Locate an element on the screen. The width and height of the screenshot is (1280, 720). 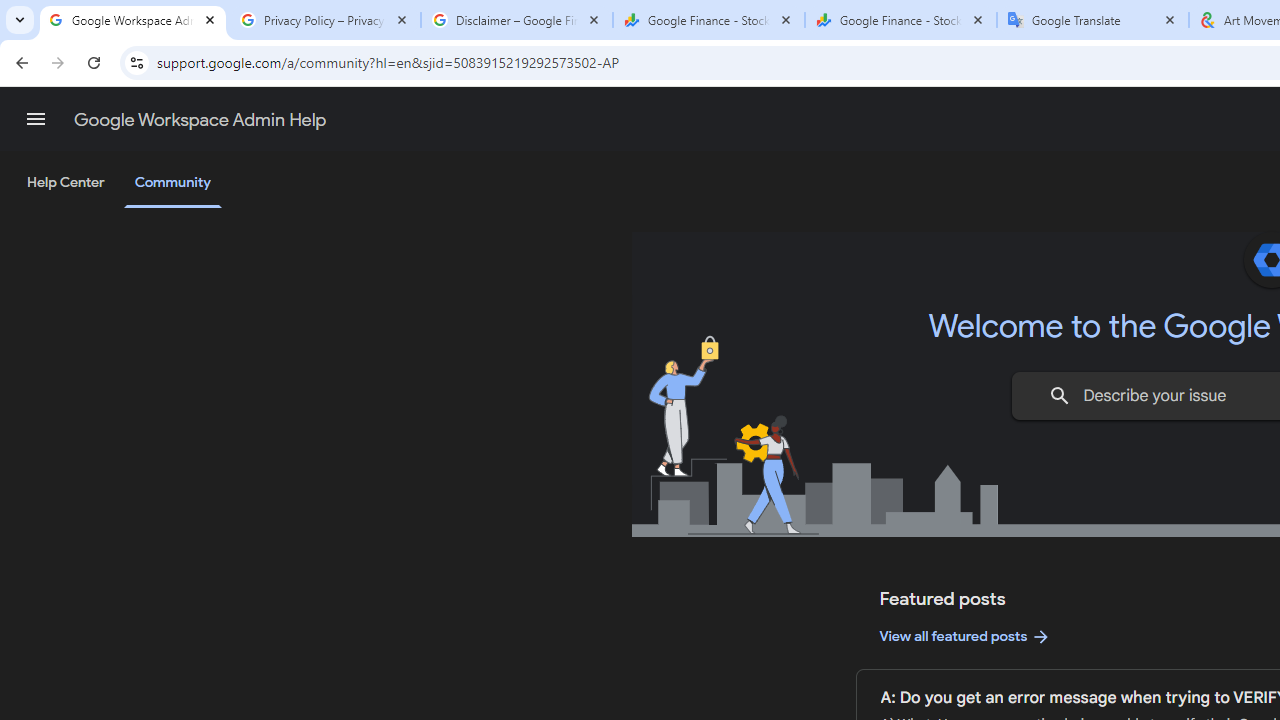
'Community' is located at coordinates (172, 183).